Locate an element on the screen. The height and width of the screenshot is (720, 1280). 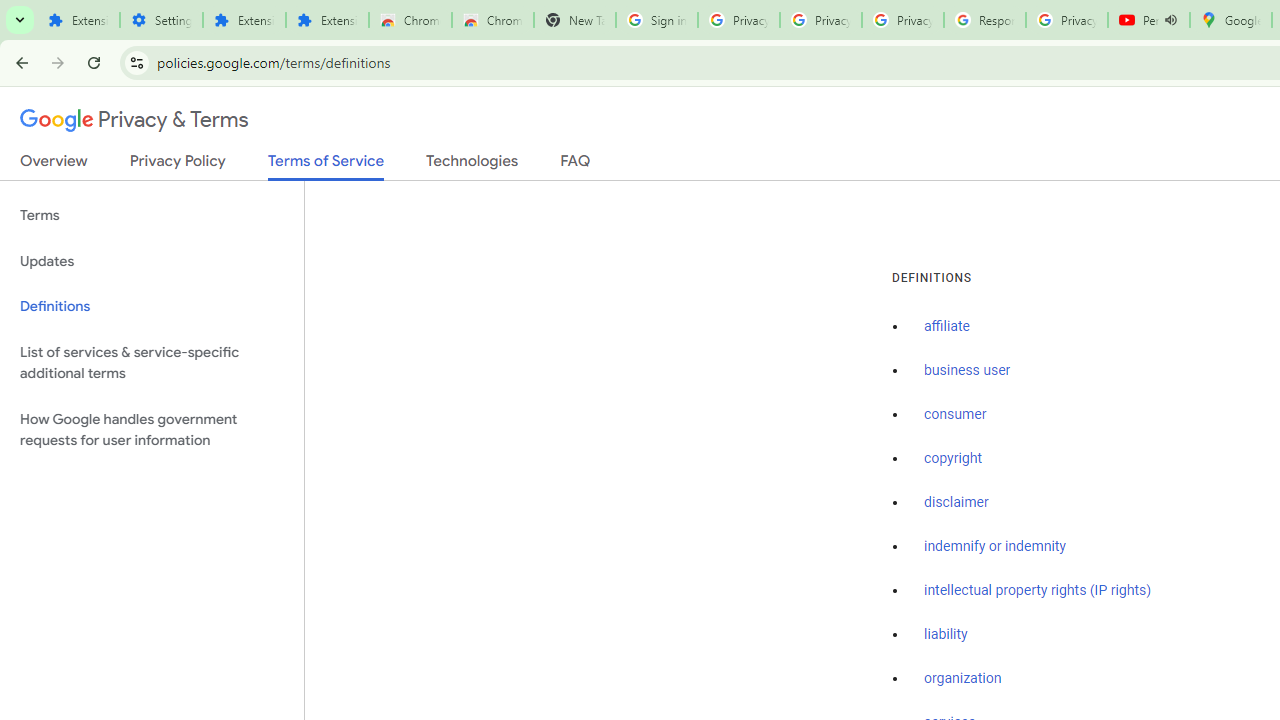
'copyright' is located at coordinates (951, 458).